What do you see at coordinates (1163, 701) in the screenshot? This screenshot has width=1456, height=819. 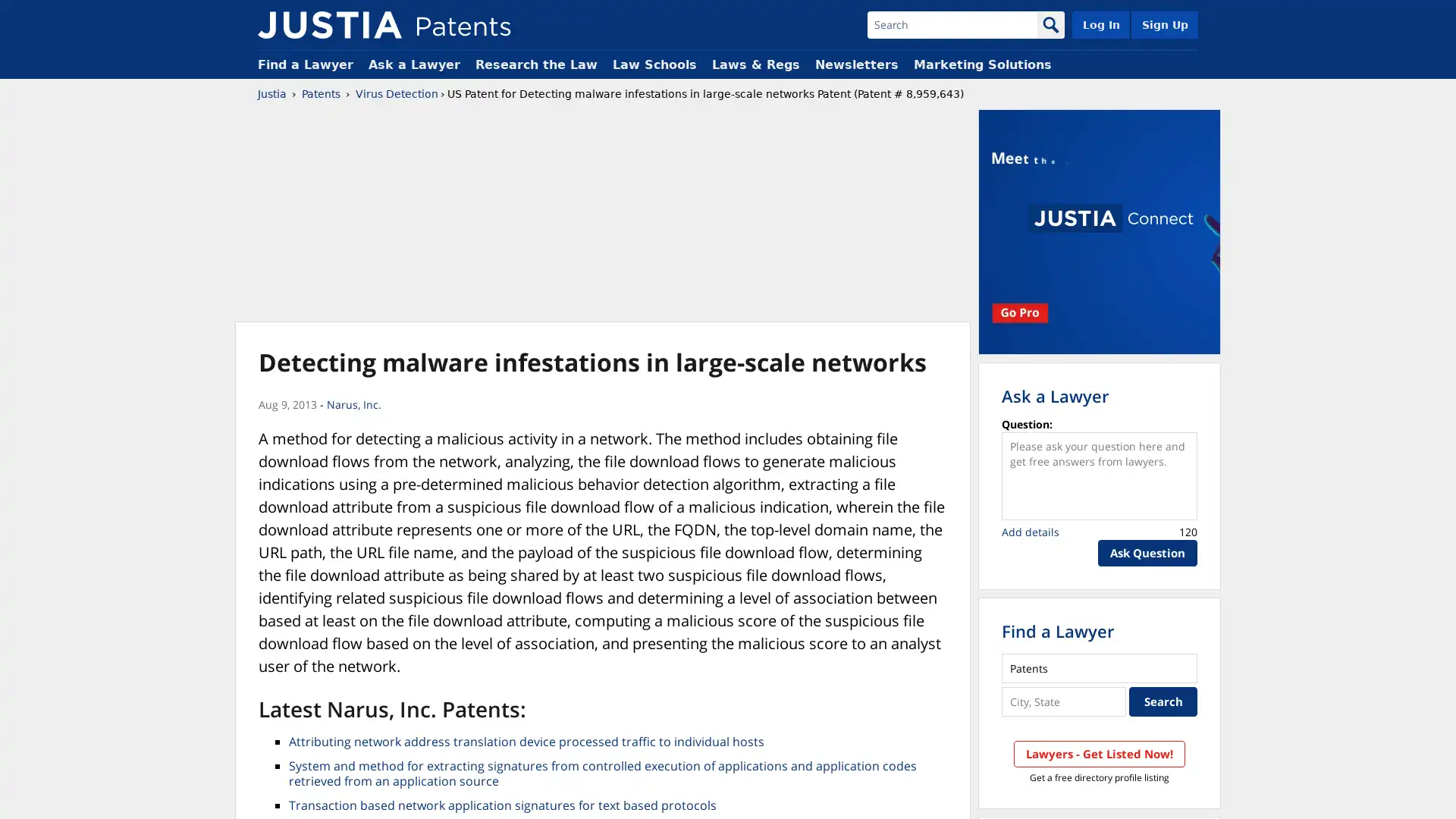 I see `Search` at bounding box center [1163, 701].